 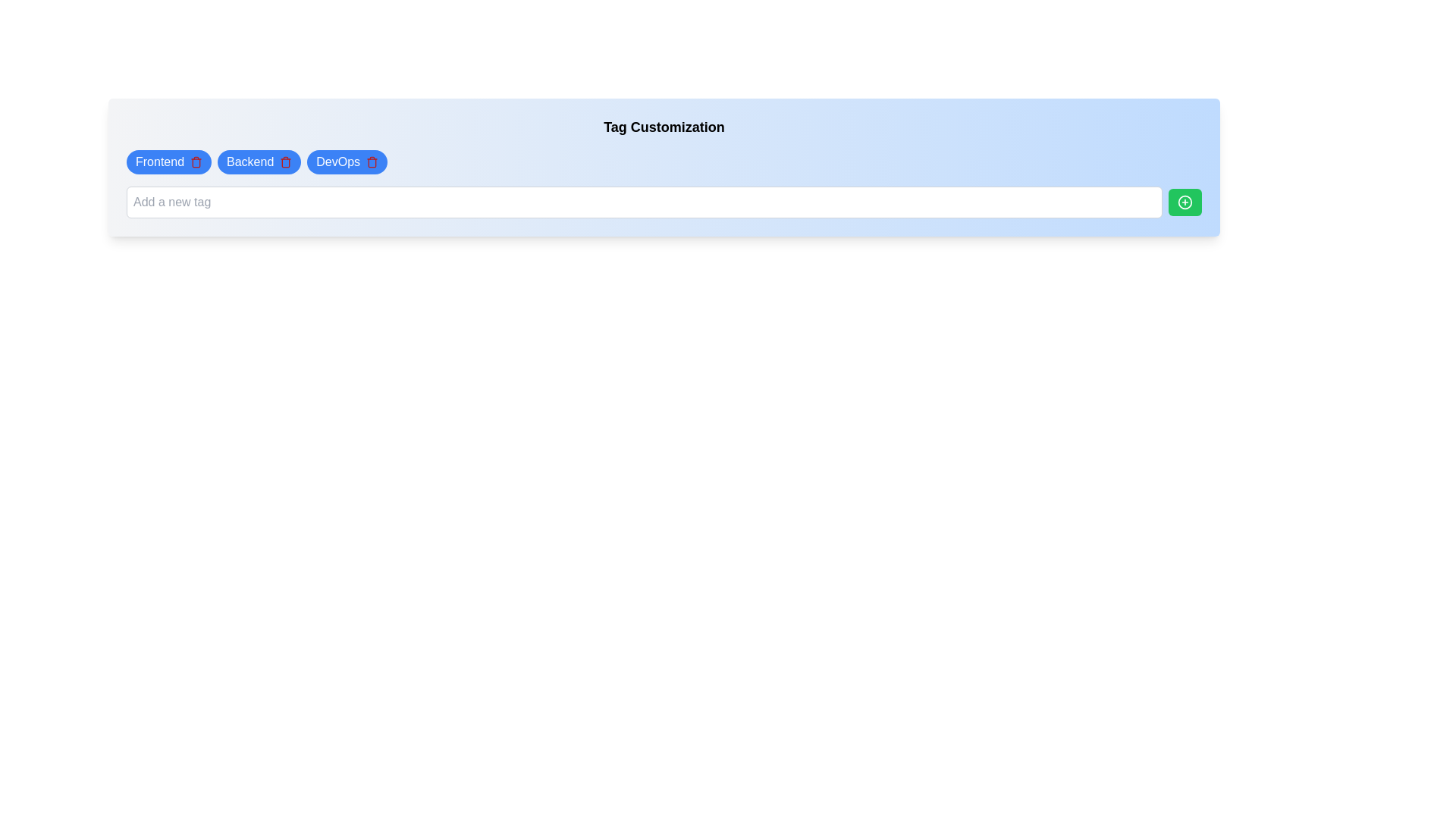 What do you see at coordinates (1185, 201) in the screenshot?
I see `the button located to the right of the text input field to initiate the addition of a new tag or entry` at bounding box center [1185, 201].